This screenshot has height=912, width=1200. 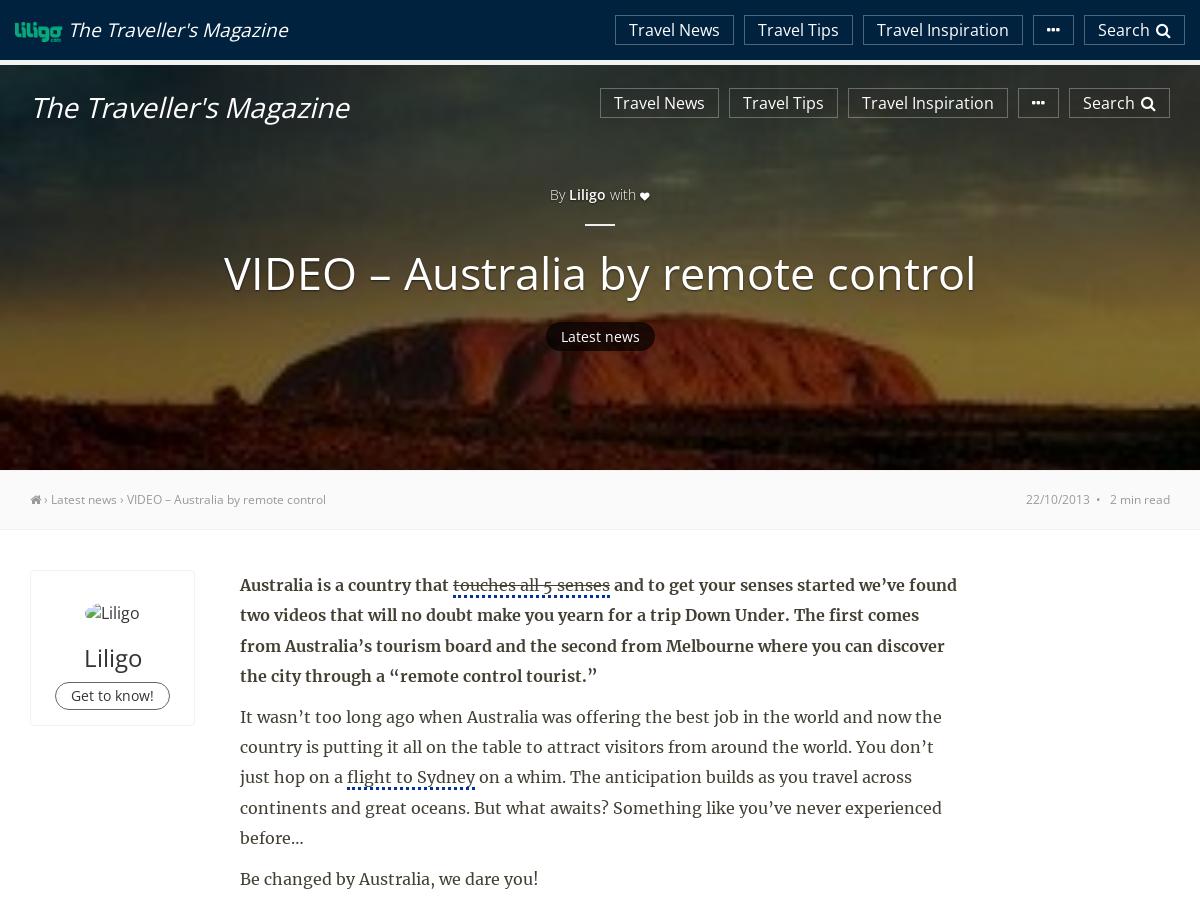 I want to click on 'min read', so click(x=1144, y=498).